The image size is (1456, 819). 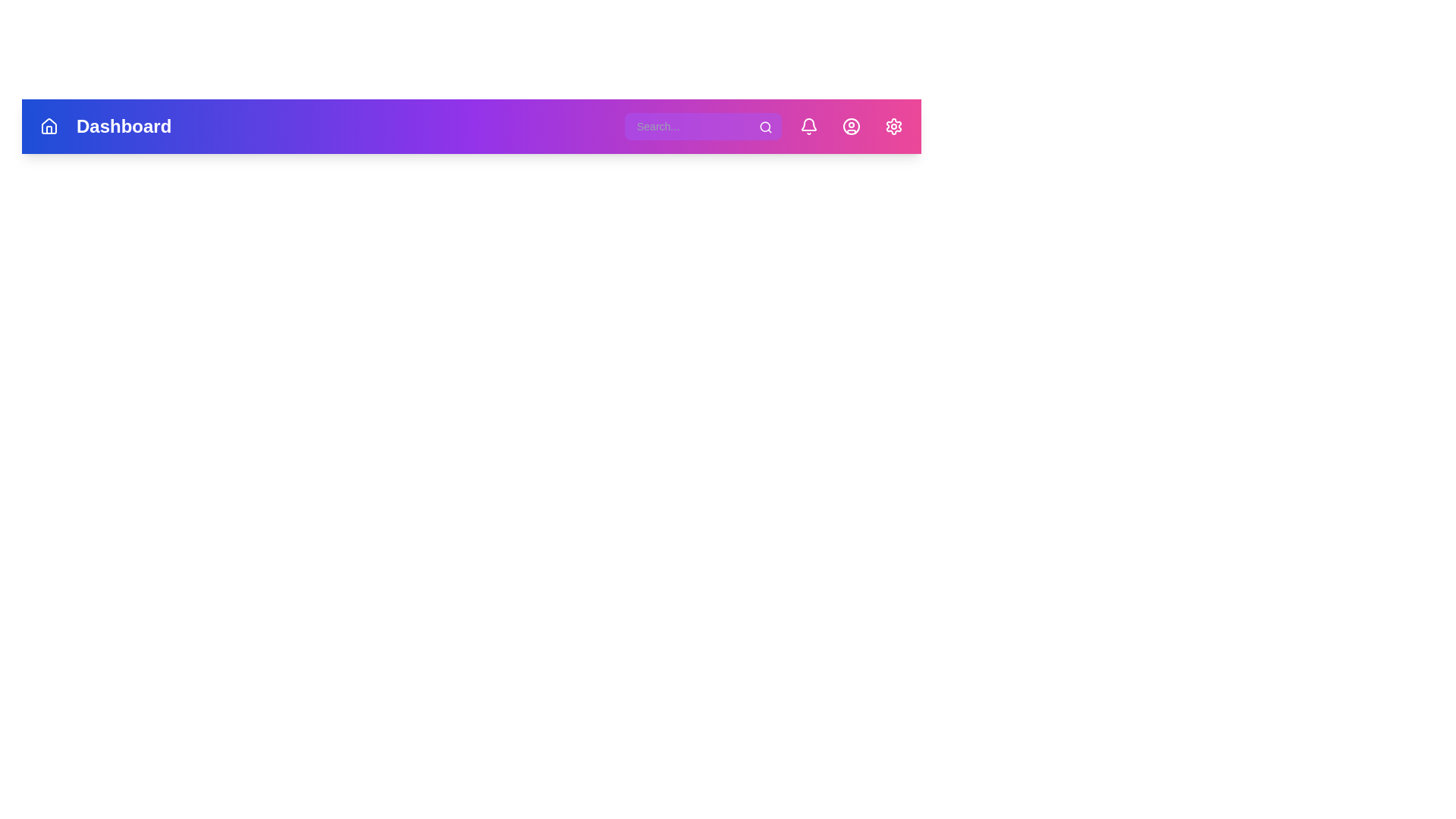 I want to click on Notifications button to view notifications, so click(x=808, y=125).